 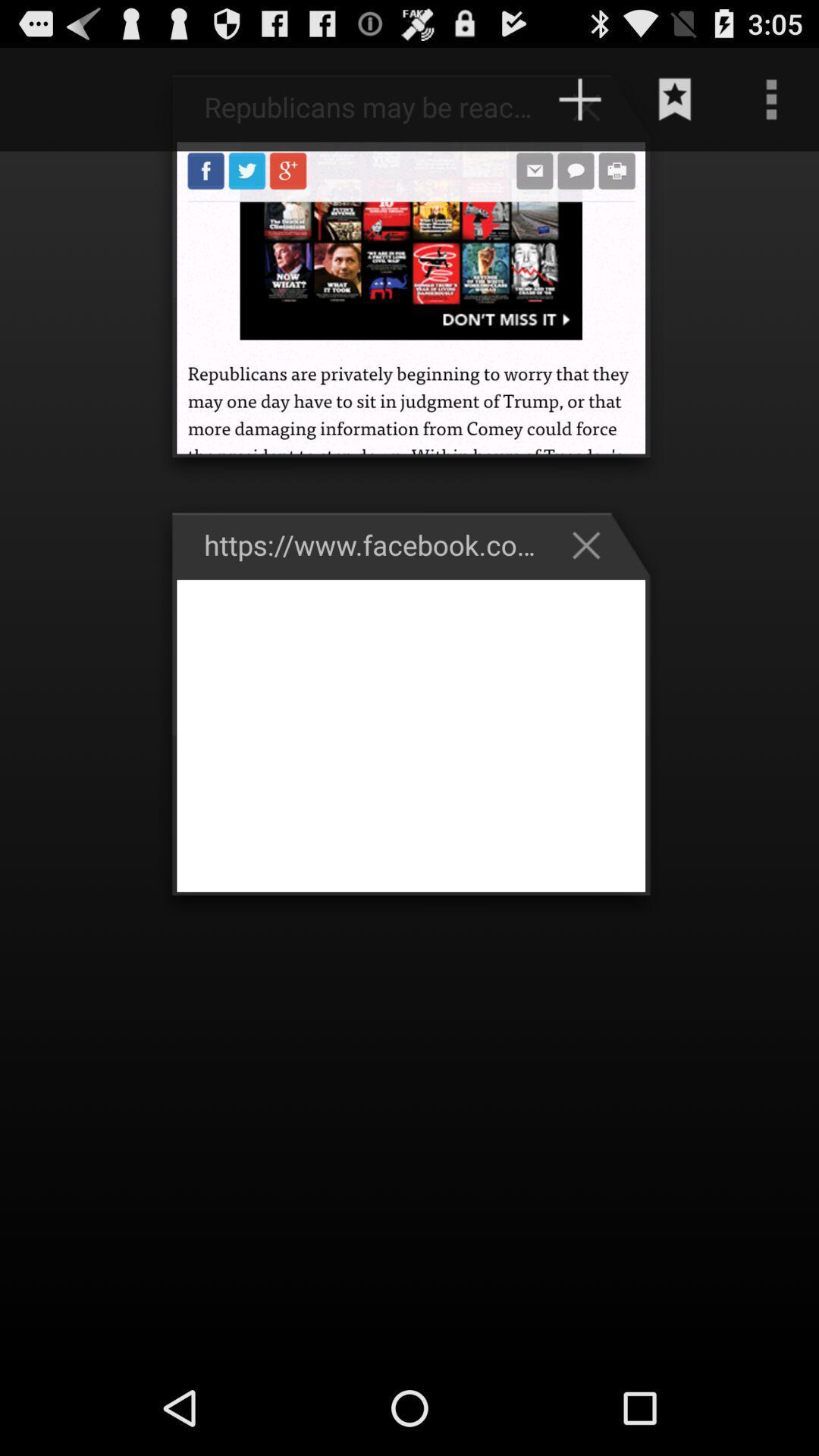 I want to click on the bookmark icon, so click(x=675, y=105).